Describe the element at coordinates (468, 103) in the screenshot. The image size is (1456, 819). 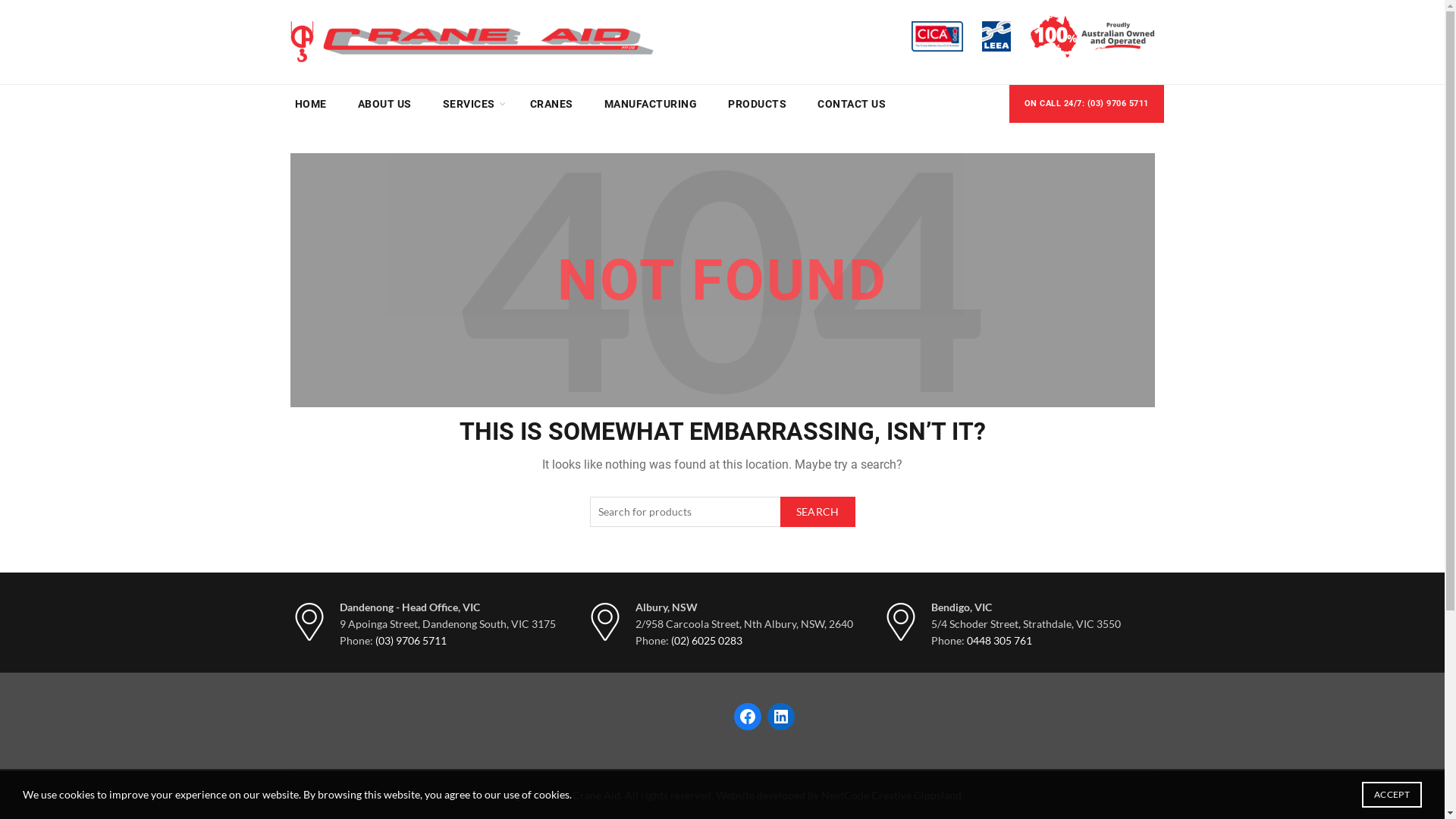
I see `'SERVICES'` at that location.